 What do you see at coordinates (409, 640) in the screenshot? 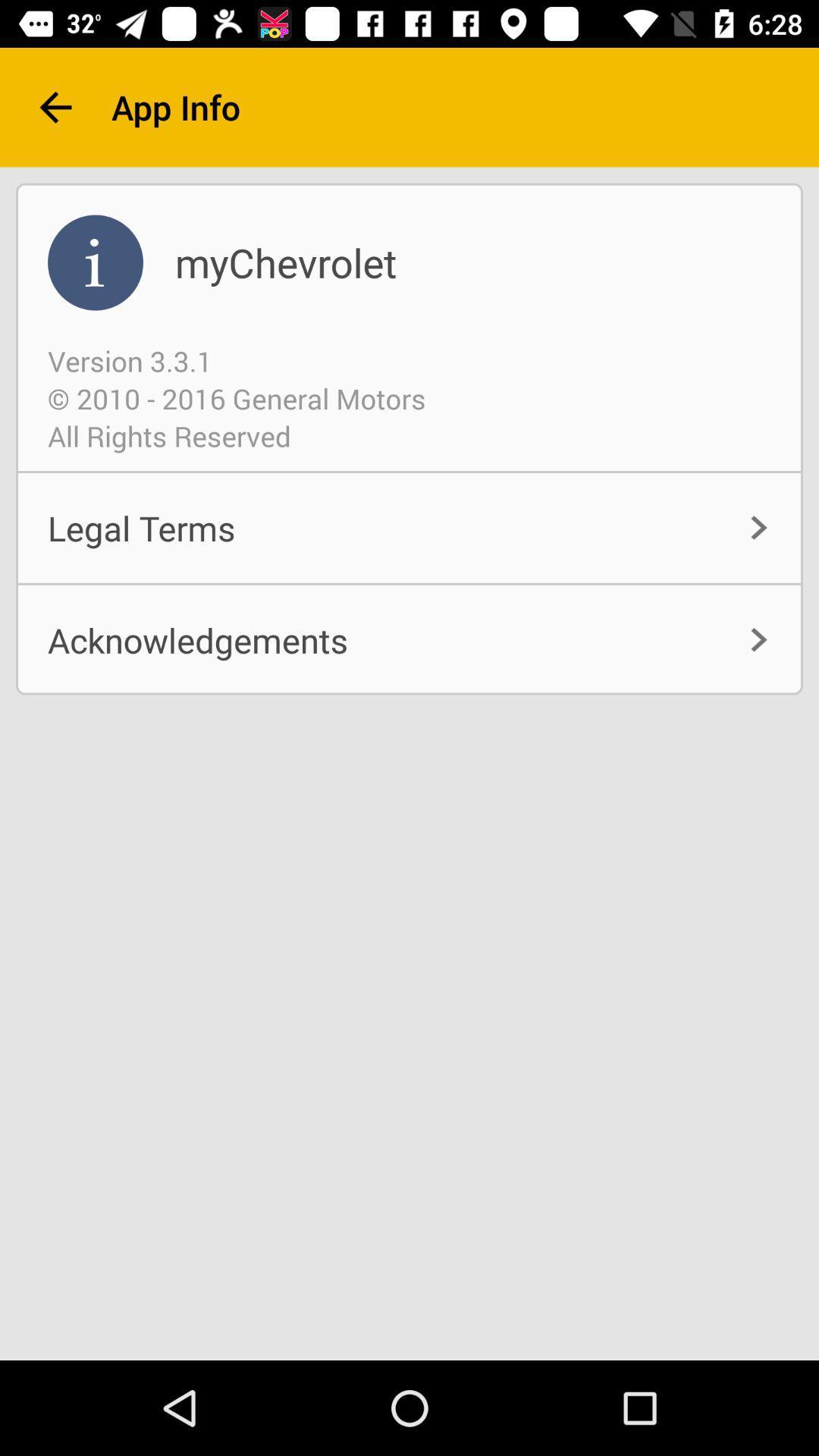
I see `the acknowledgements icon` at bounding box center [409, 640].